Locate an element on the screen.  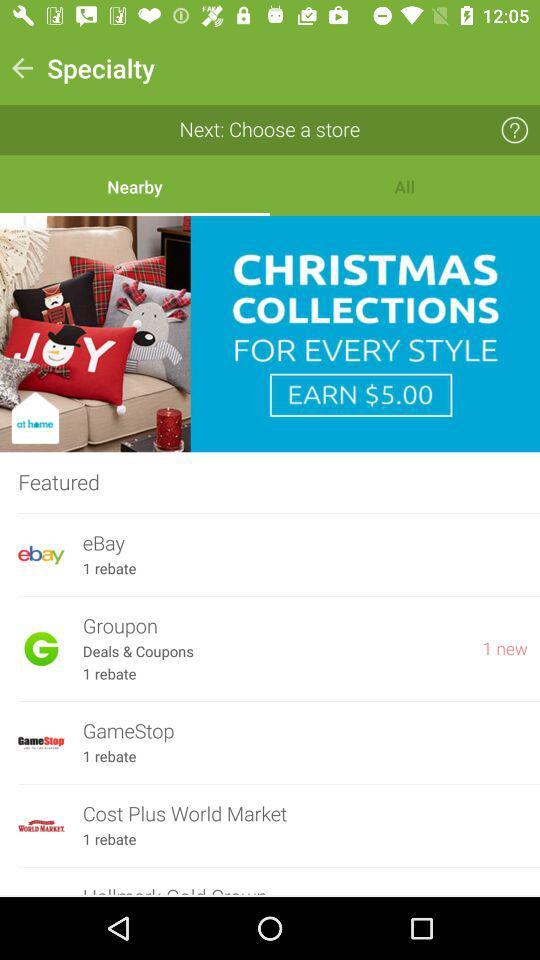
the logo left to gamestop is located at coordinates (41, 742).